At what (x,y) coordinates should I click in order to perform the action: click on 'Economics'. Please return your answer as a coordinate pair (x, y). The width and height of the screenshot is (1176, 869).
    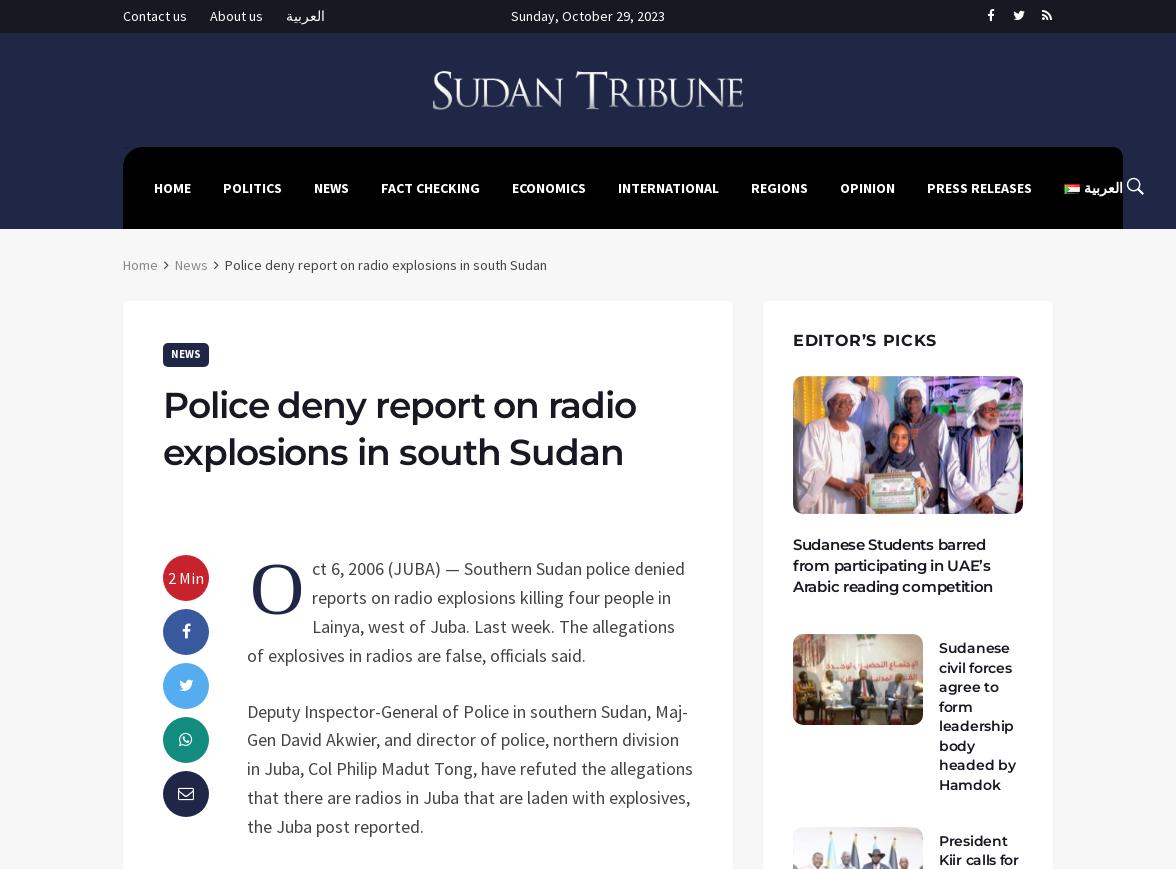
    Looking at the image, I should click on (548, 186).